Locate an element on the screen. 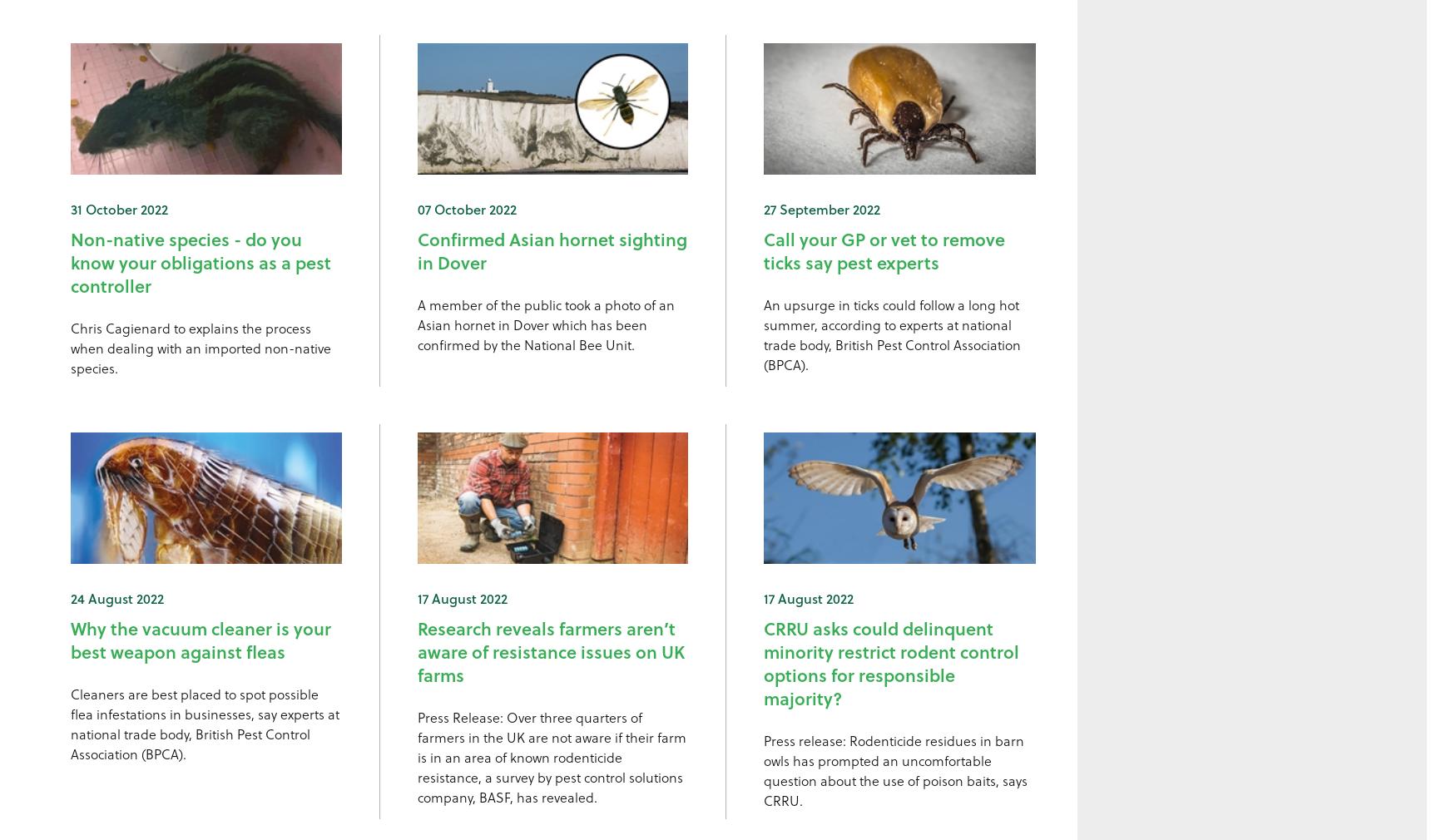  'Confirmed Asian hornet sighting in Dover' is located at coordinates (551, 250).